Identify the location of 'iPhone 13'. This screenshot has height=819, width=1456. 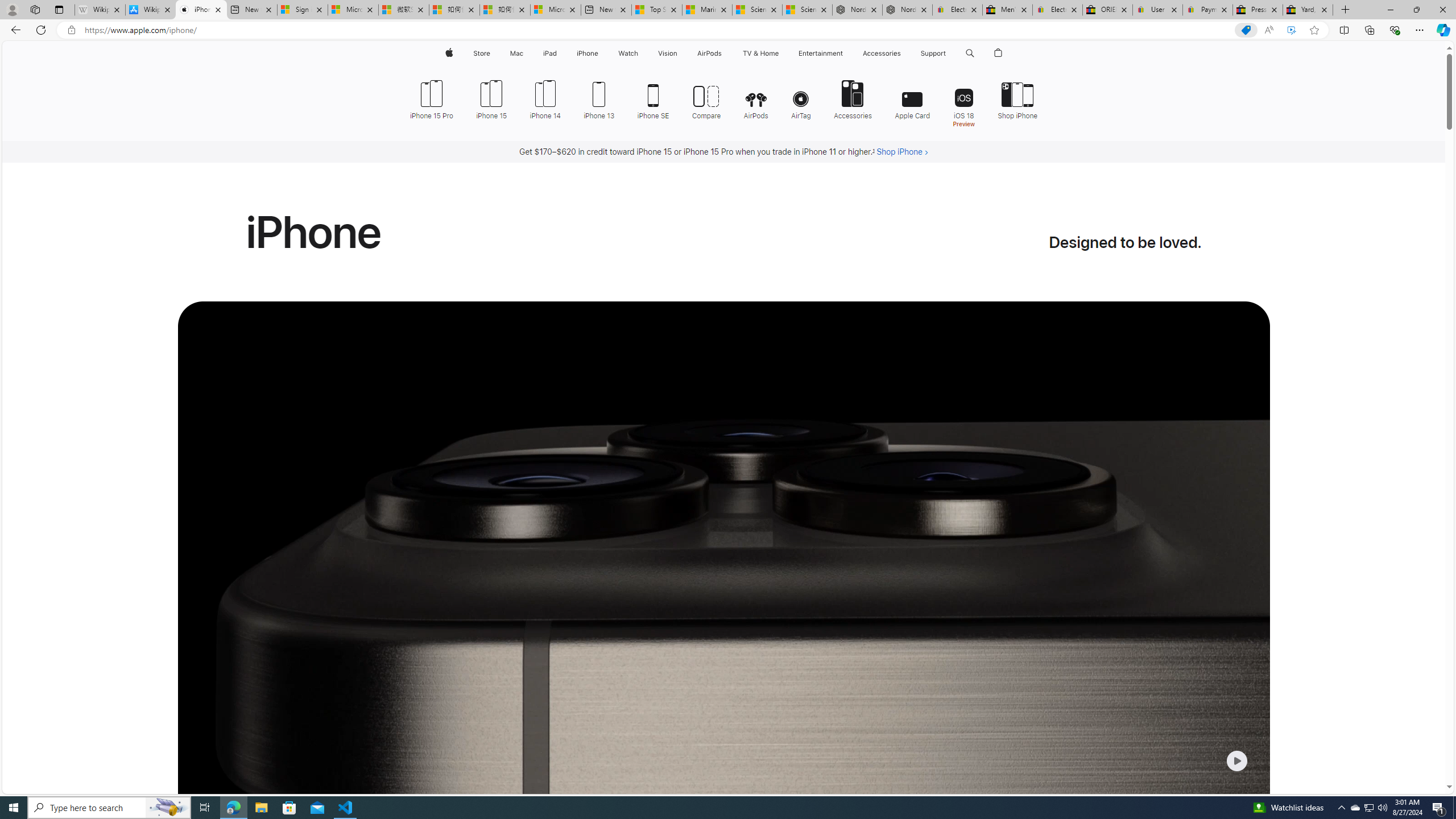
(598, 98).